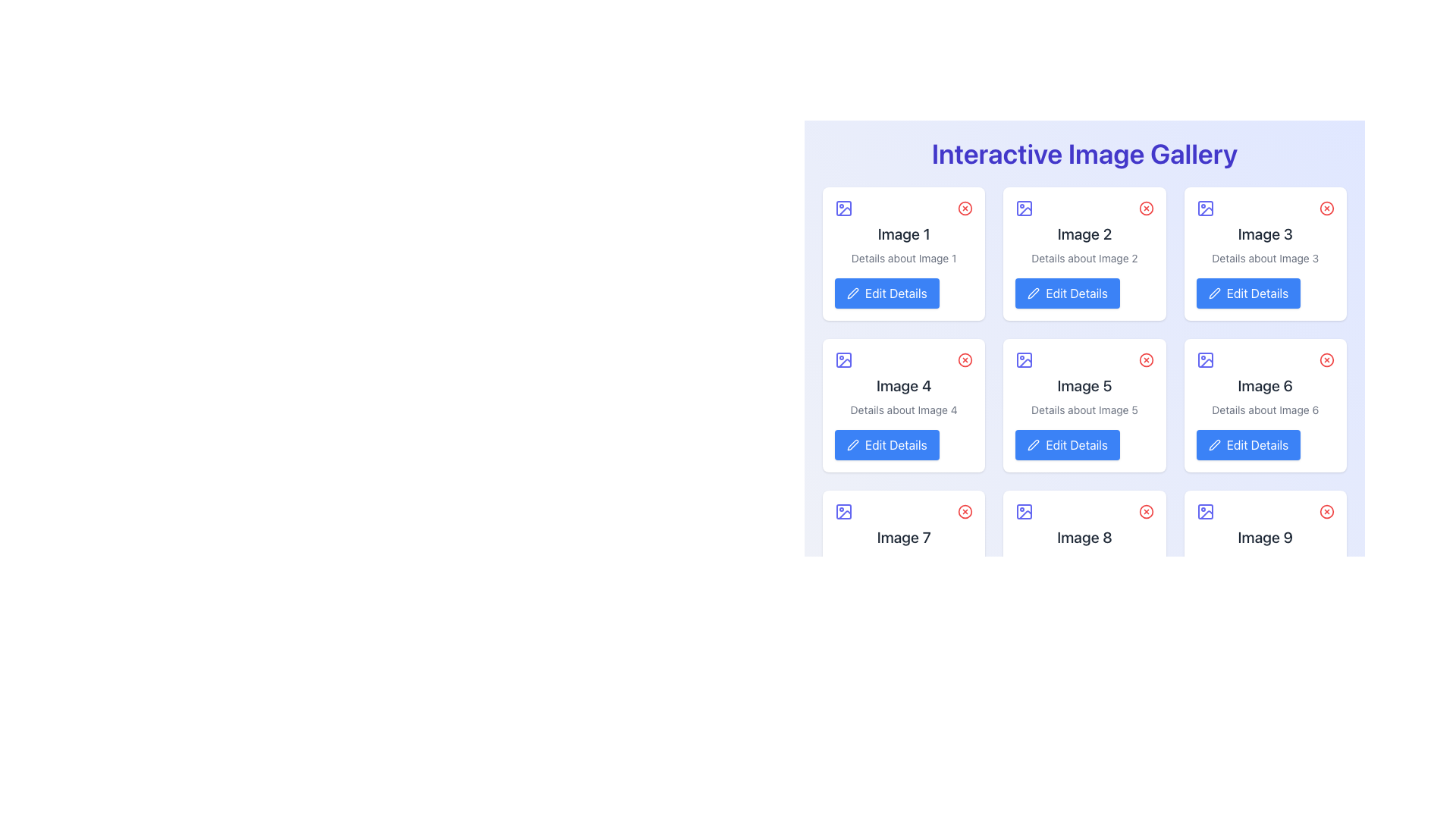  What do you see at coordinates (1326, 512) in the screenshot?
I see `the red circular close button located at the top-right corner of the 'Image 9' card in the interactive gallery` at bounding box center [1326, 512].